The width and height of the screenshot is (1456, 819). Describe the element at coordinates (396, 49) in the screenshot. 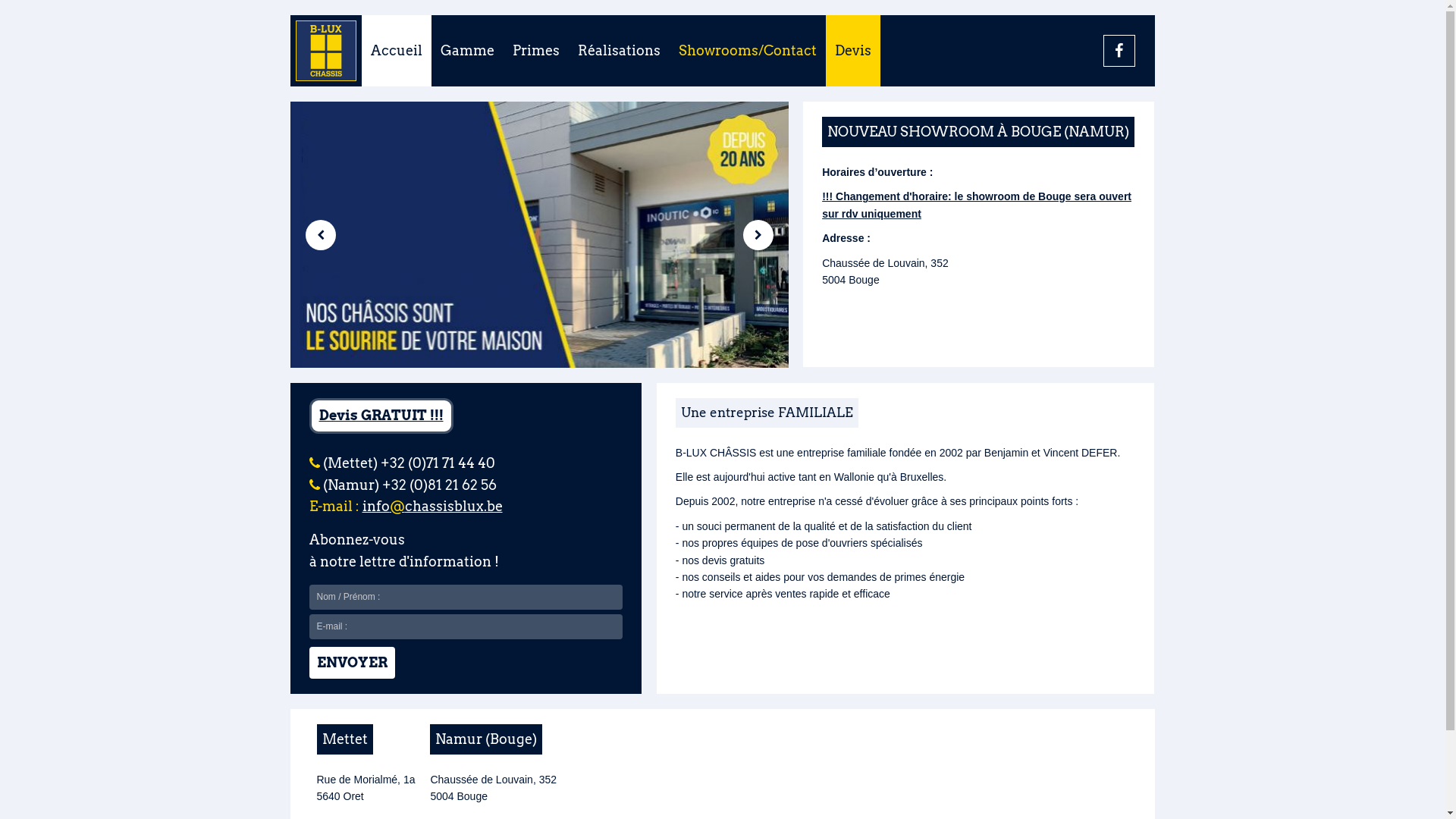

I see `'Accueil'` at that location.